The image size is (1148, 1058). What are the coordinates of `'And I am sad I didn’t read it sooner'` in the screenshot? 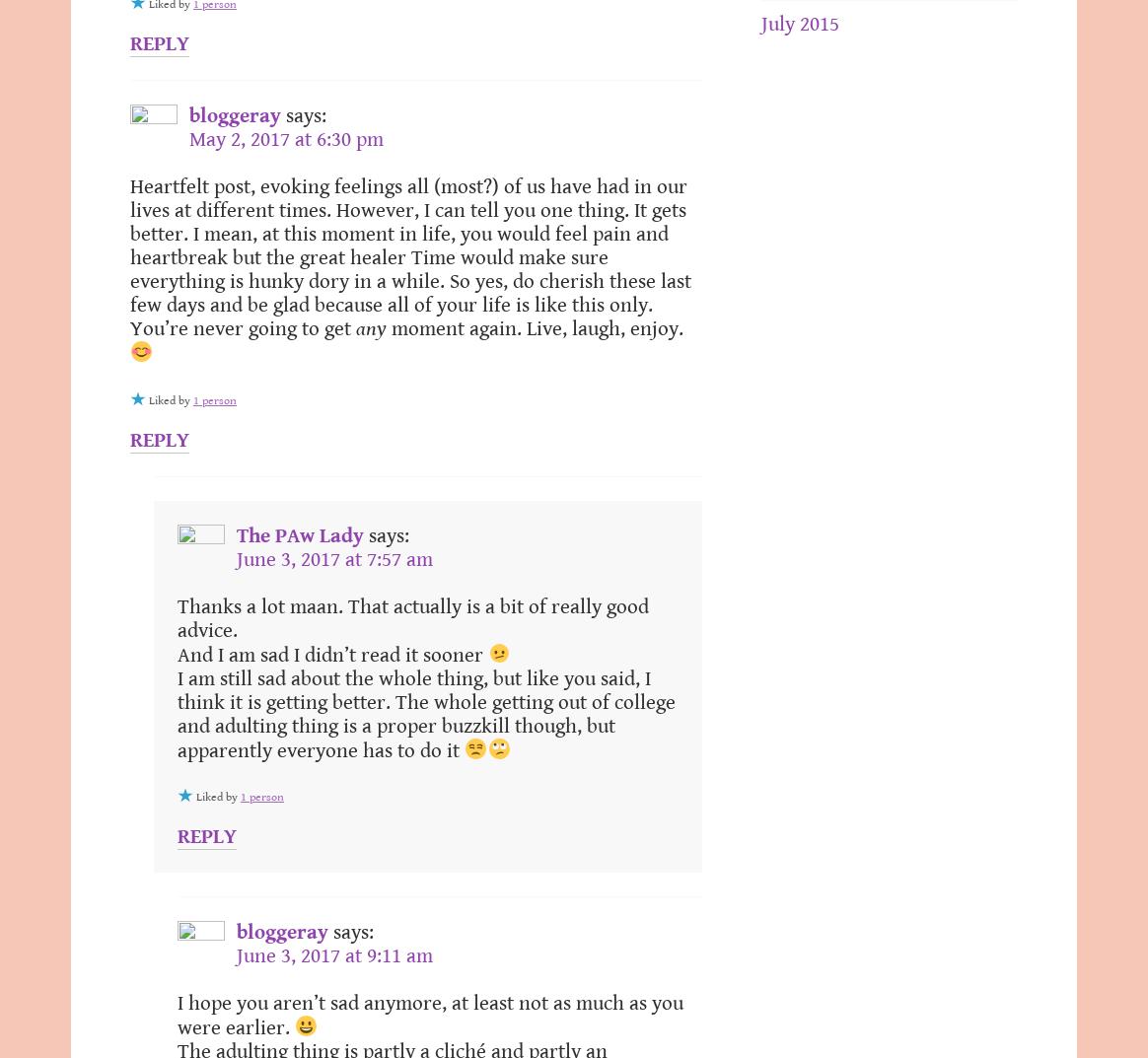 It's located at (332, 654).